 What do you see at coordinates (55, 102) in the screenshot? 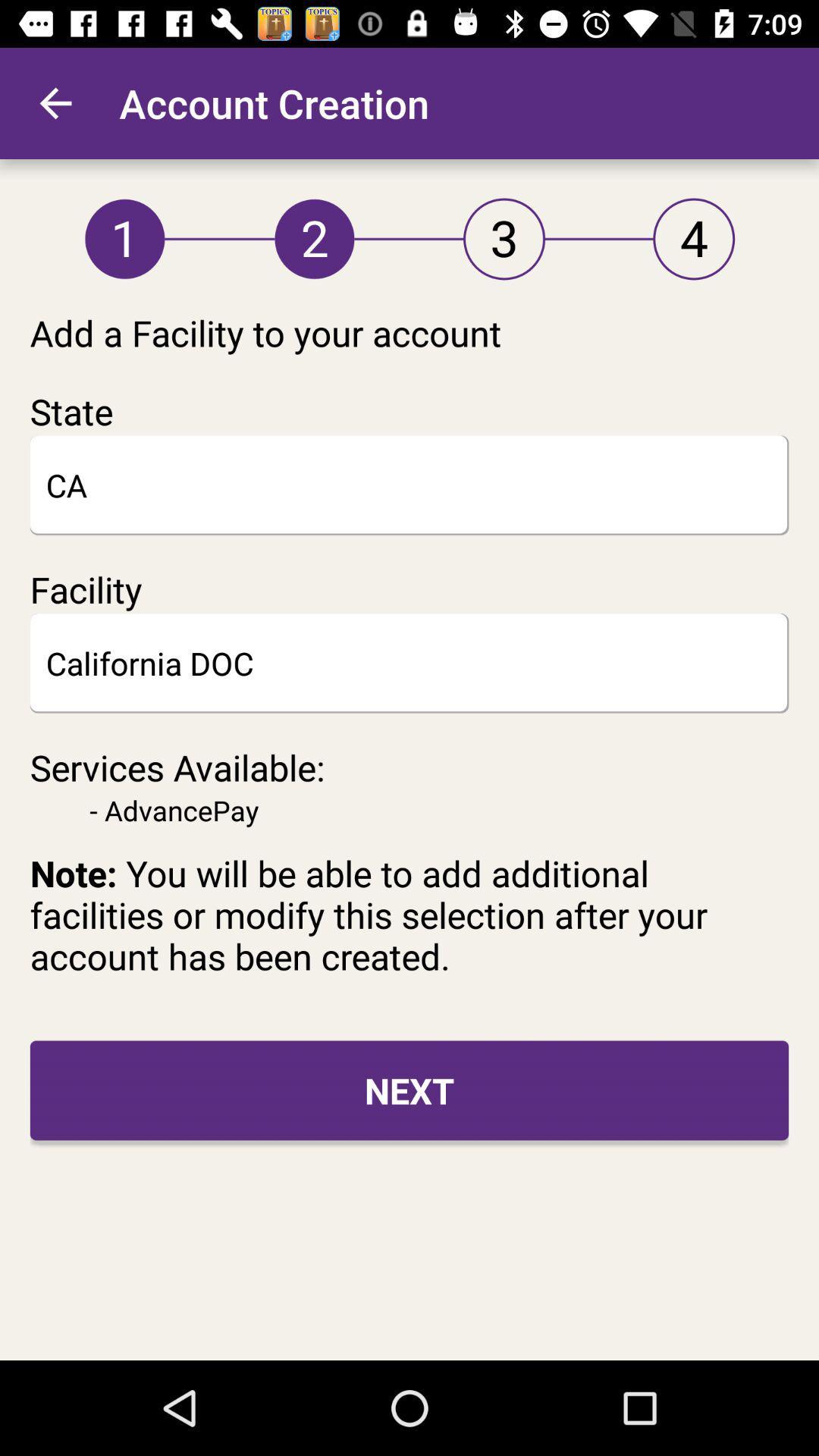
I see `item to the left of account creation item` at bounding box center [55, 102].